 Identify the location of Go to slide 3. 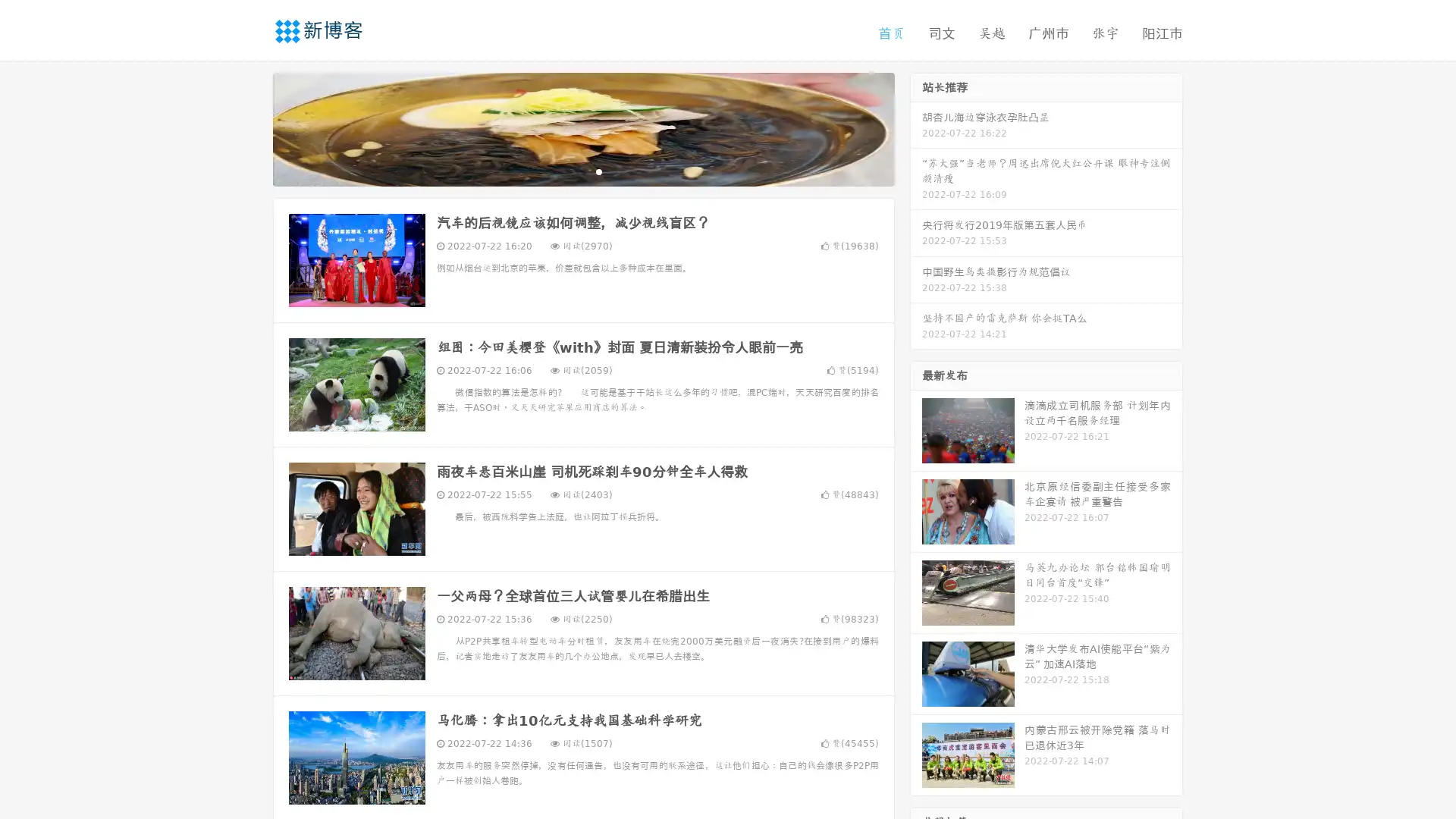
(598, 171).